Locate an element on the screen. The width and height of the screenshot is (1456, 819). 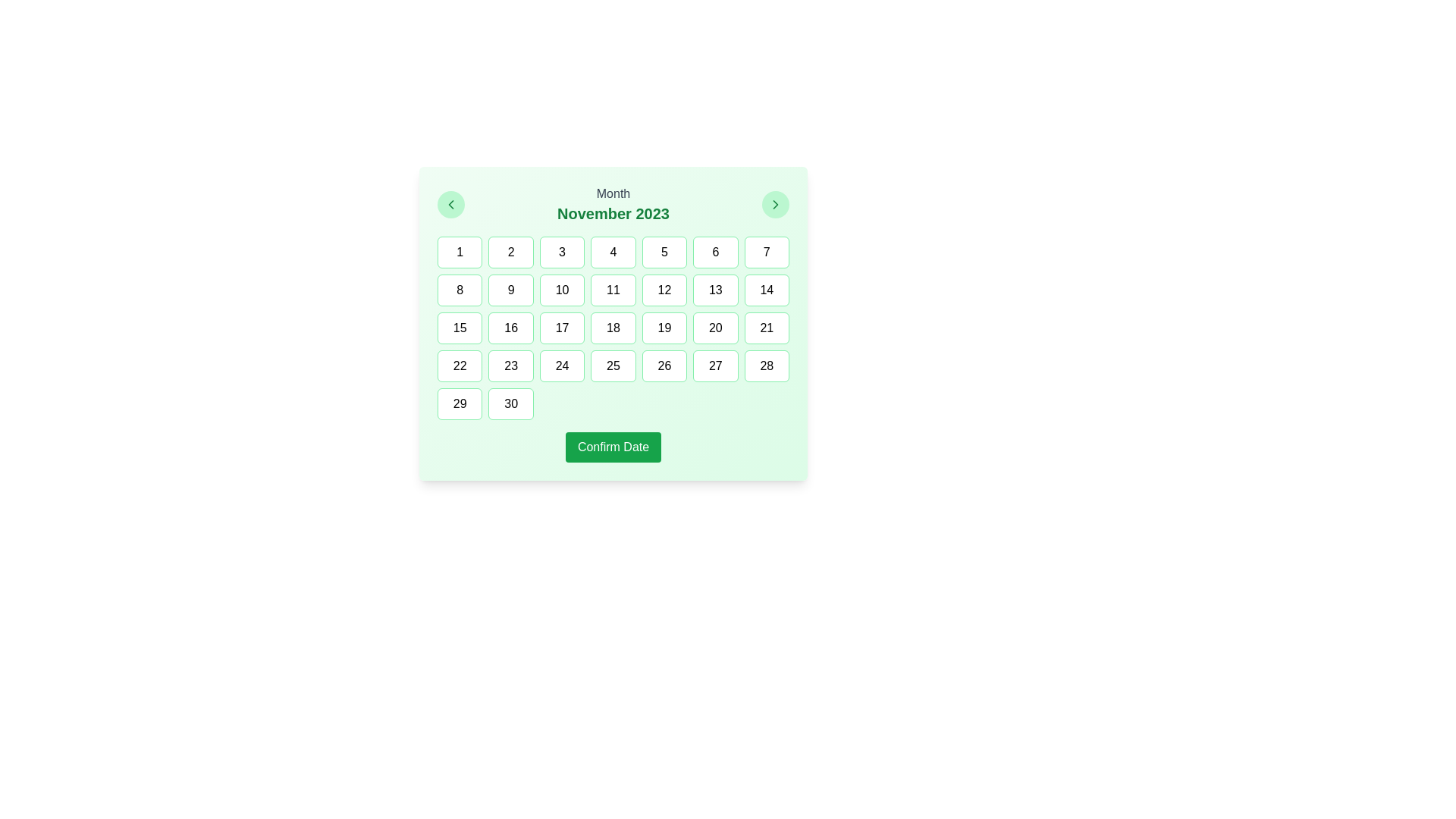
the green 'Confirm Date' button located at the bottom-center of the calendar interface is located at coordinates (613, 447).